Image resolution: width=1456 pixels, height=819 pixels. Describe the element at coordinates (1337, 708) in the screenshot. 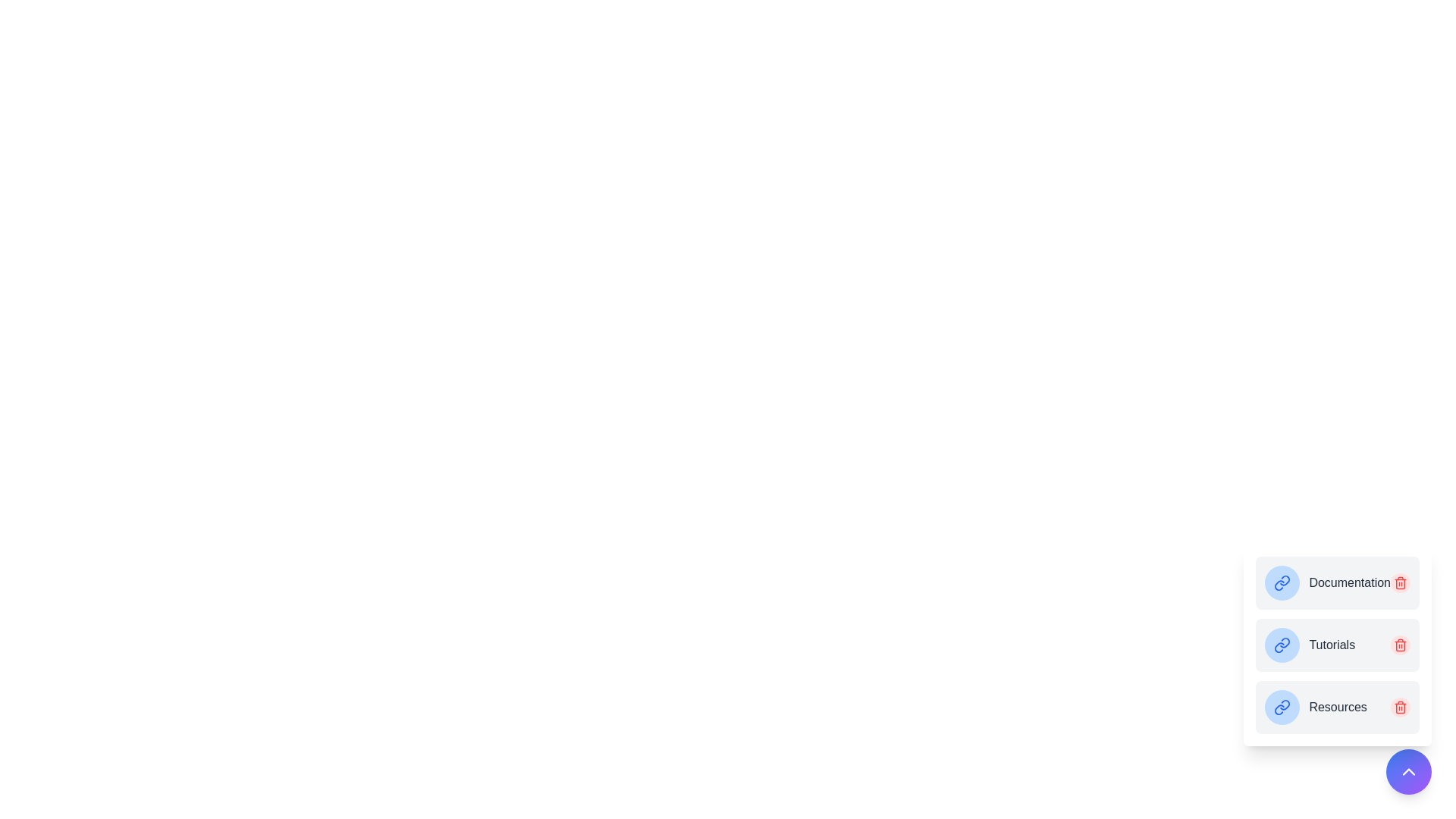

I see `the bookmark named Resources to open its link` at that location.